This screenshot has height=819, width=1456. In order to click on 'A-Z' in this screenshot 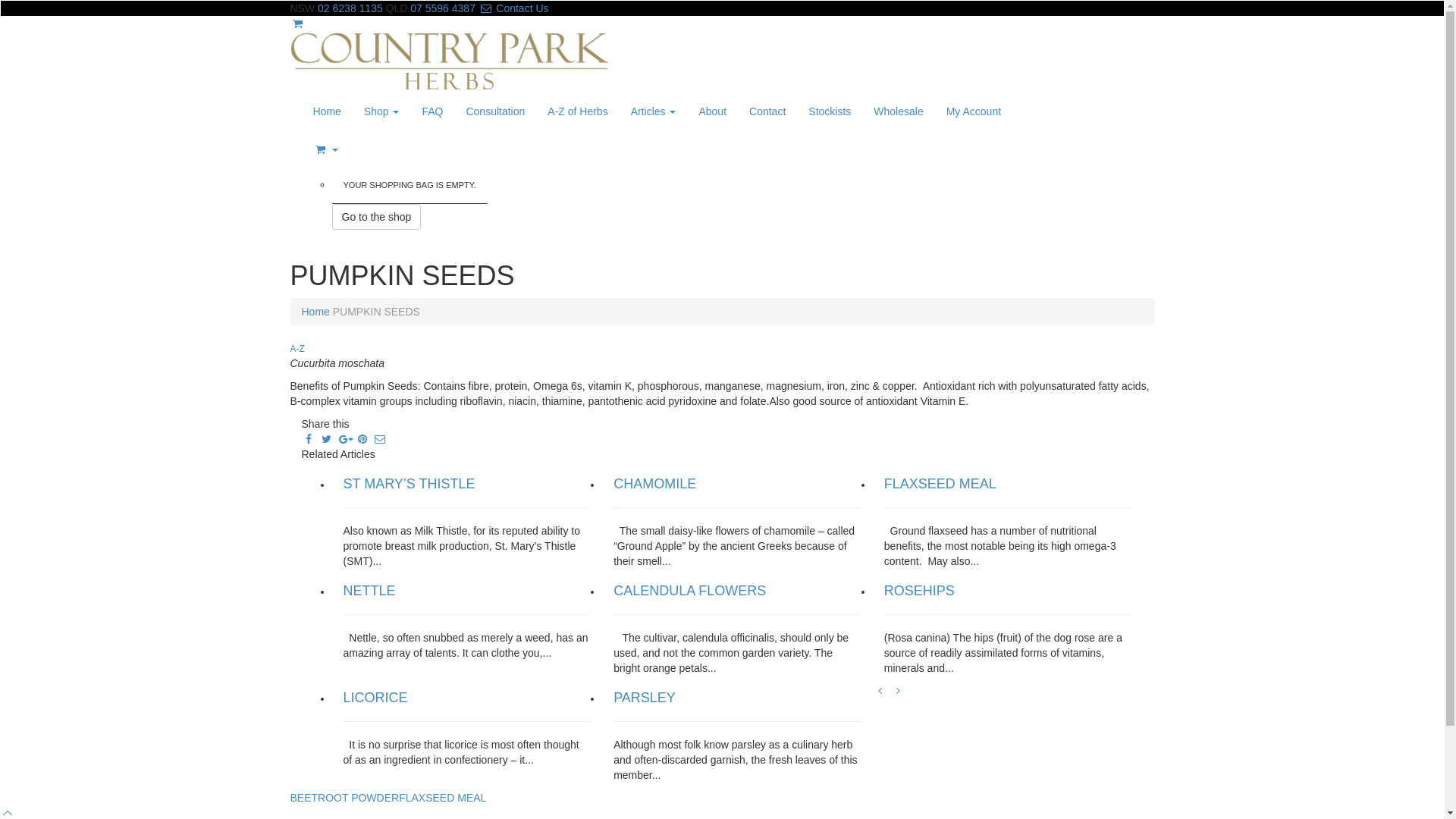, I will do `click(297, 348)`.